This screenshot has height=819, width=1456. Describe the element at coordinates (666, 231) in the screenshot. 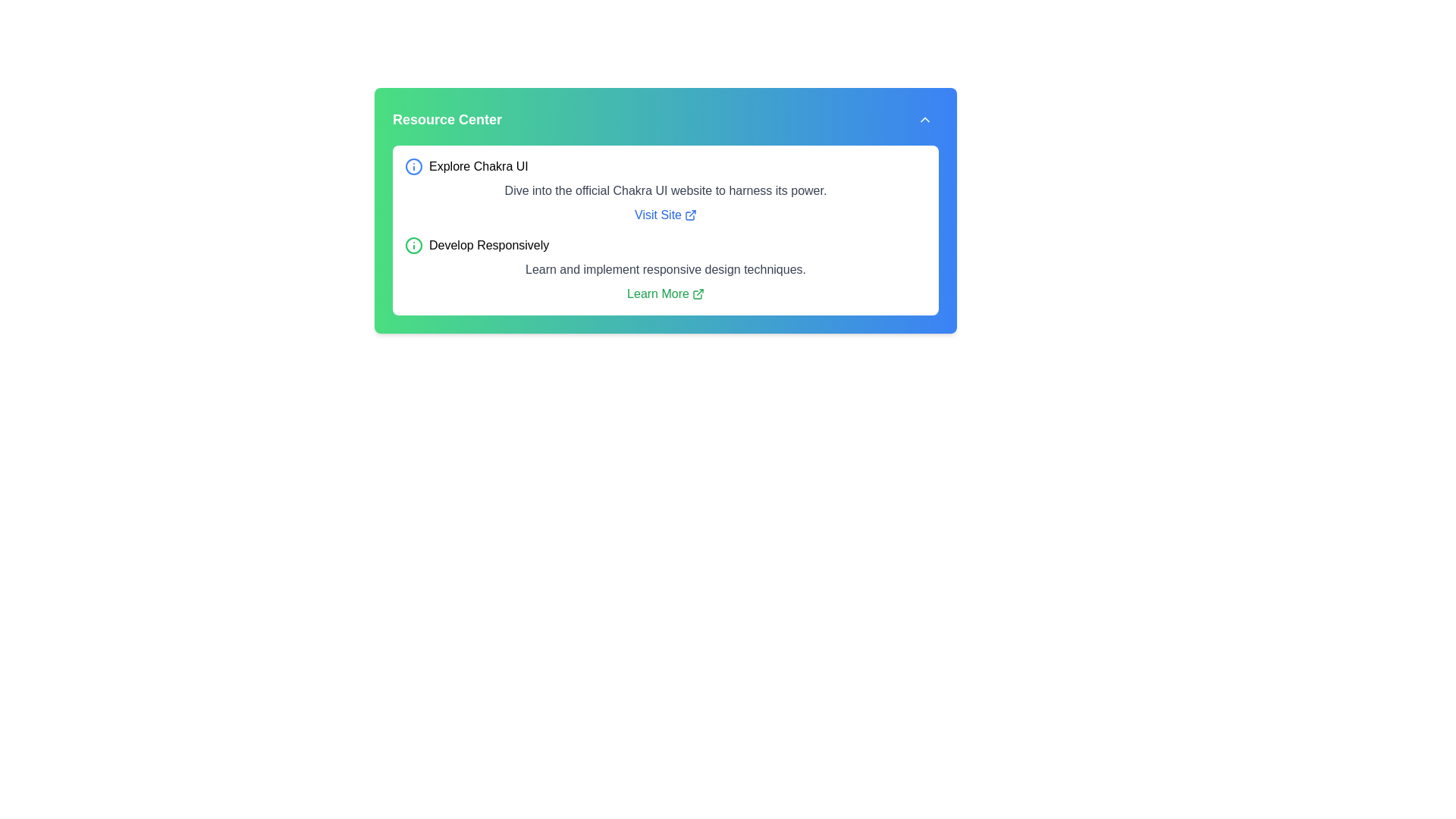

I see `the Content block with links, which presents information about two topics with descriptions and links for further exploration, located below the 'Resource Center' title` at that location.